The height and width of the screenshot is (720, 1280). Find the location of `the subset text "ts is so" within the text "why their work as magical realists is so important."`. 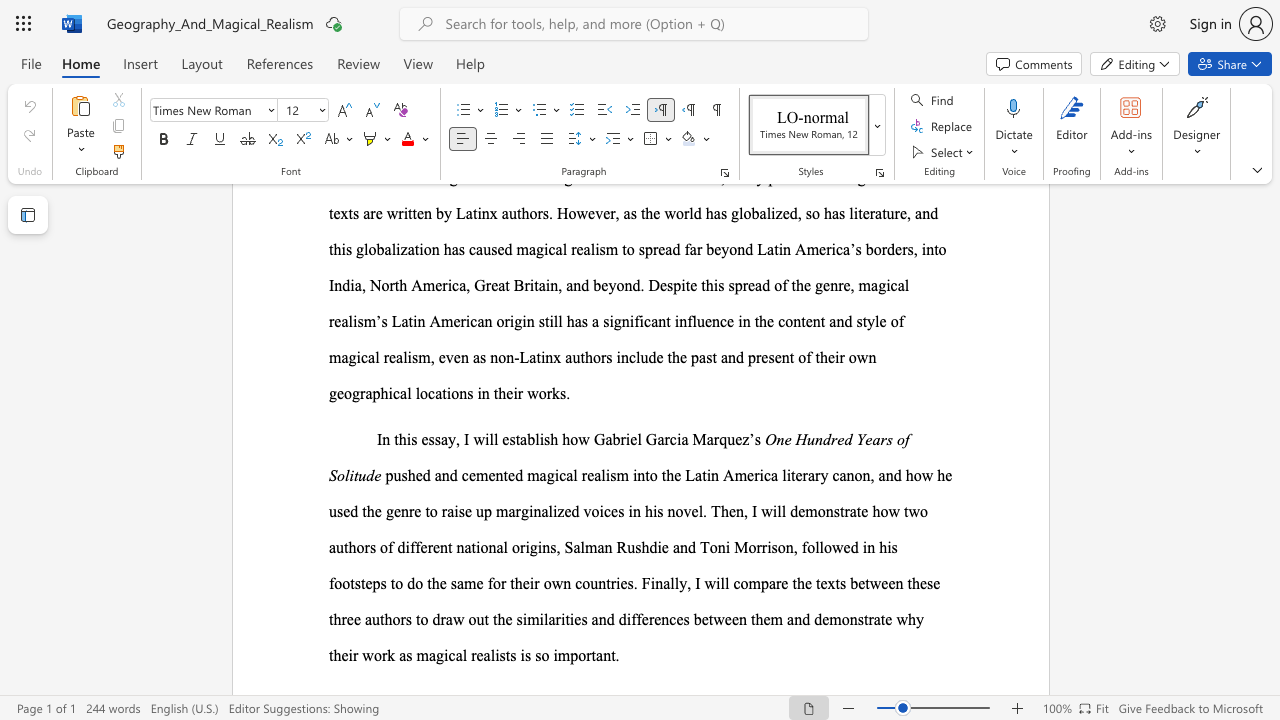

the subset text "ts is so" within the text "why their work as magical realists is so important." is located at coordinates (505, 655).